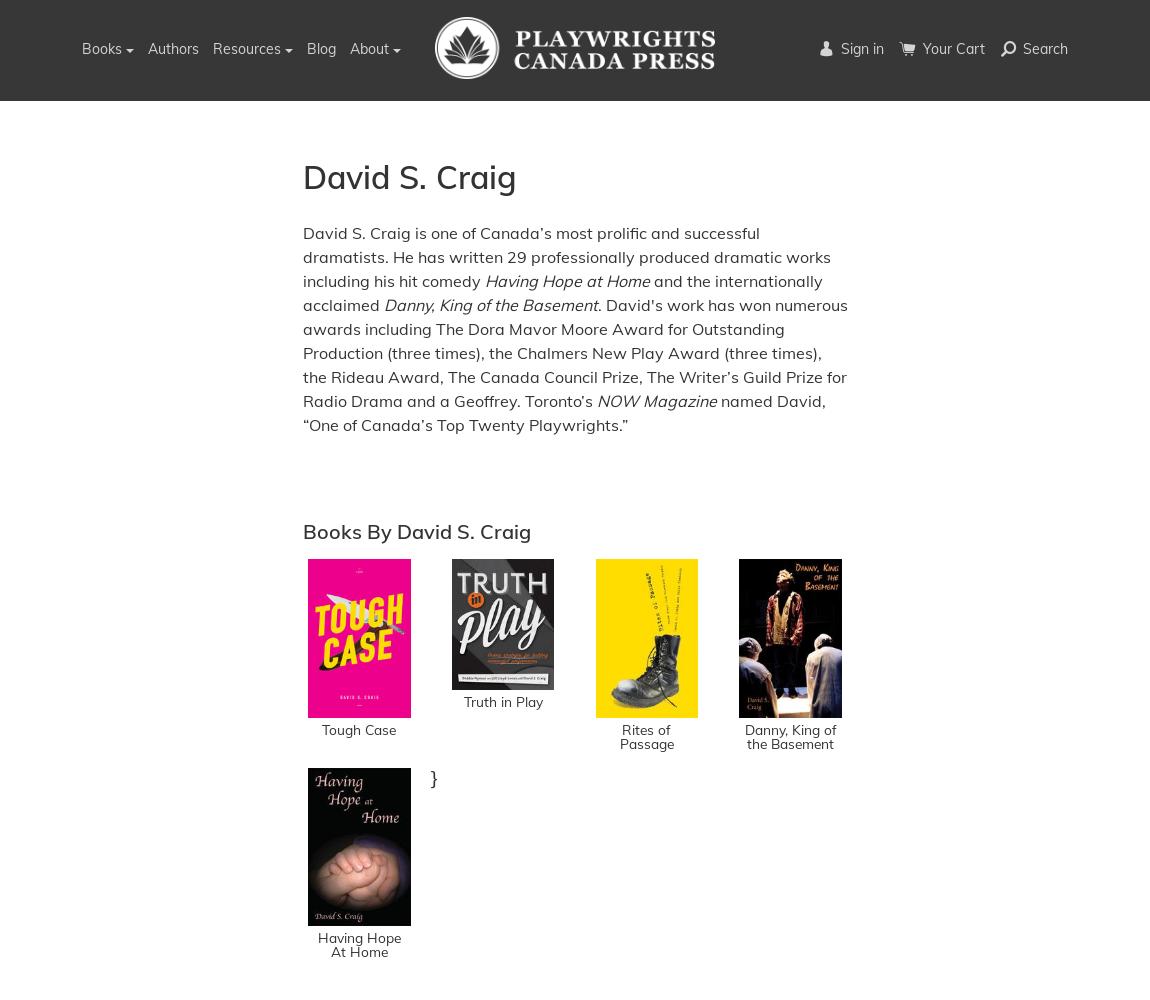 The height and width of the screenshot is (1000, 1150). What do you see at coordinates (484, 280) in the screenshot?
I see `'Having Hope at Home'` at bounding box center [484, 280].